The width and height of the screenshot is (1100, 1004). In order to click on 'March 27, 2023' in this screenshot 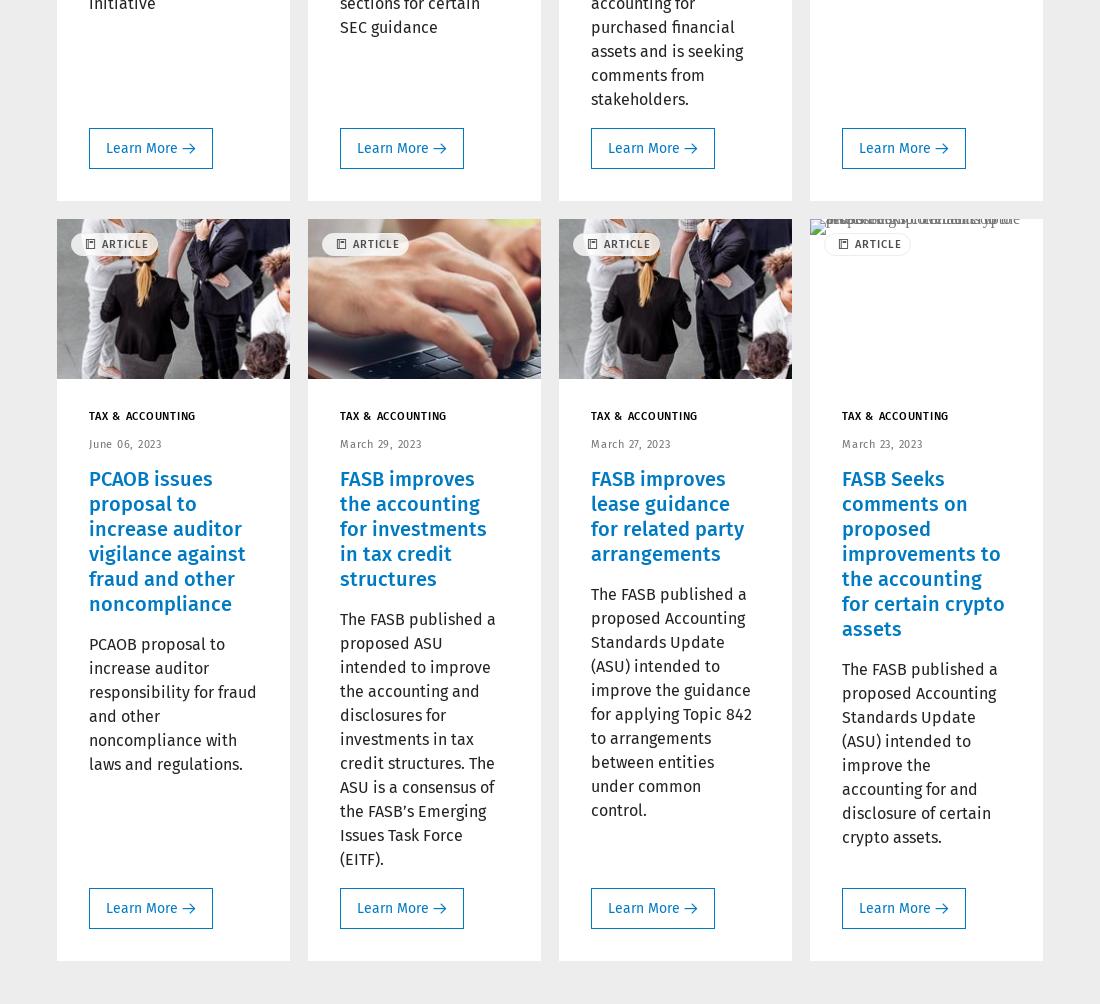, I will do `click(630, 442)`.